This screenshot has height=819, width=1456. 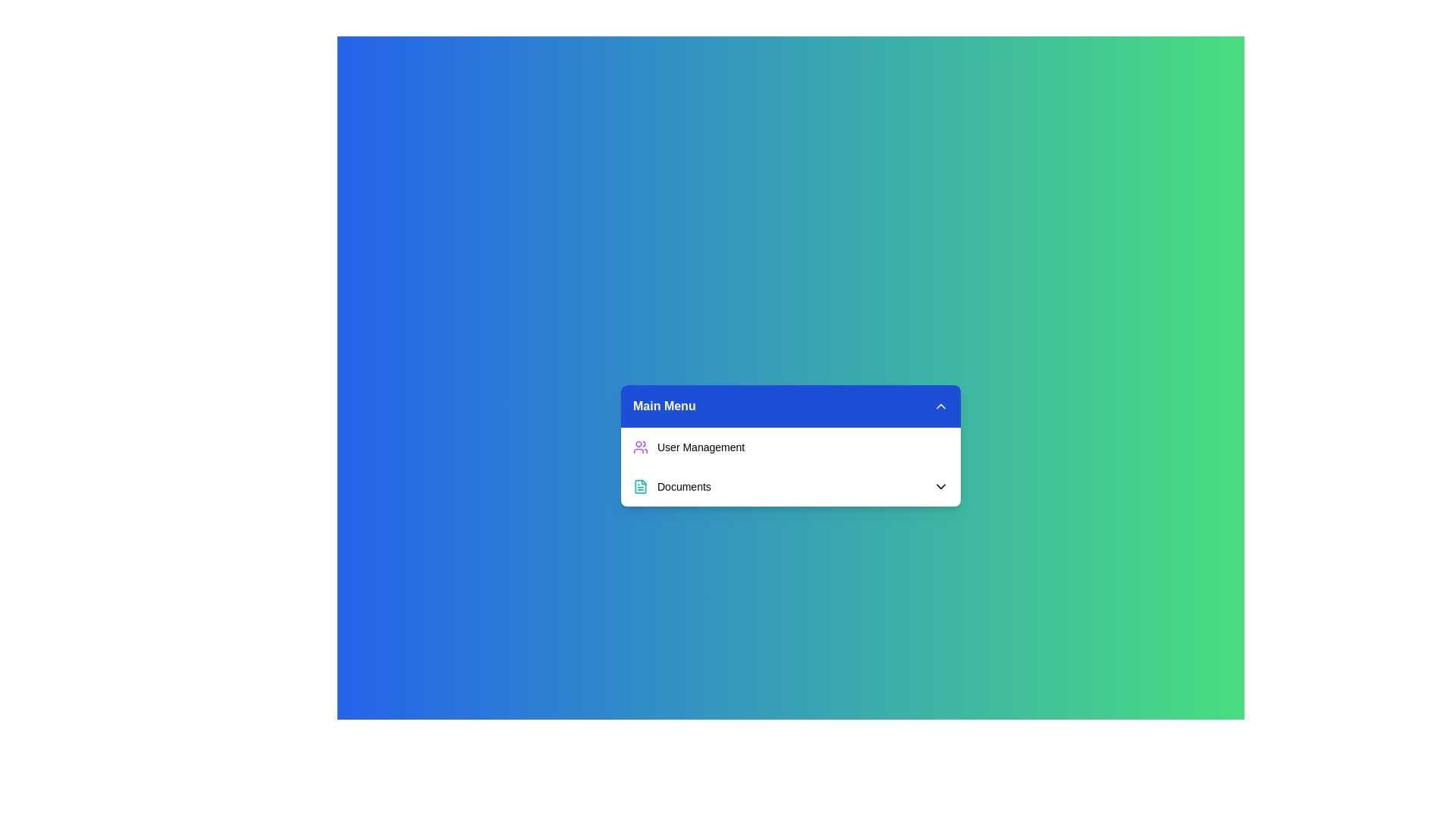 What do you see at coordinates (640, 486) in the screenshot?
I see `the 'Documents' icon located in the 'Main Menu' section` at bounding box center [640, 486].